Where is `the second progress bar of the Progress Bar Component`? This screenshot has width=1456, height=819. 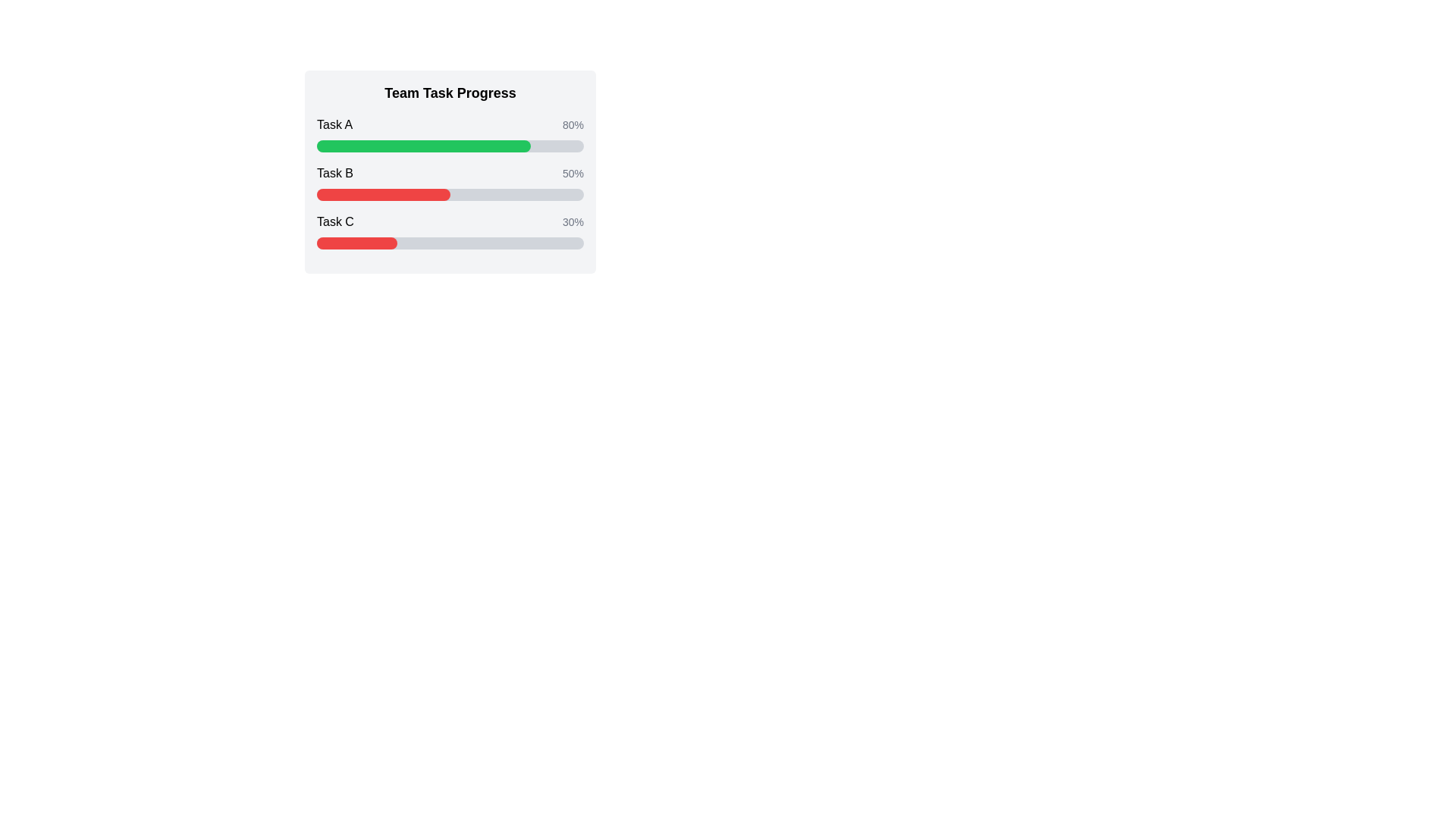
the second progress bar of the Progress Bar Component is located at coordinates (450, 171).